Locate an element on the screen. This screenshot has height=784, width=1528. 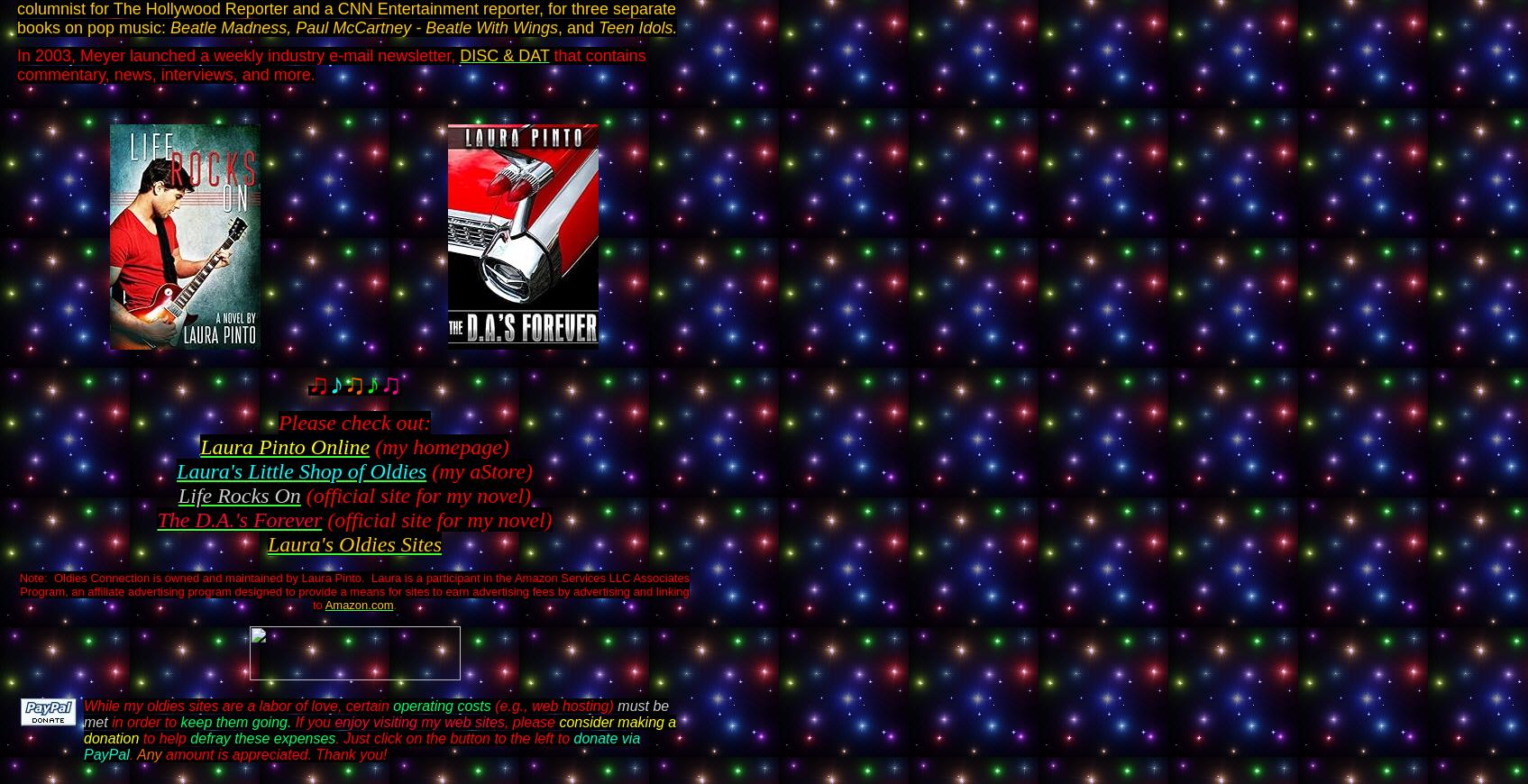
'amount is appreciated. Thank you!' is located at coordinates (274, 754).